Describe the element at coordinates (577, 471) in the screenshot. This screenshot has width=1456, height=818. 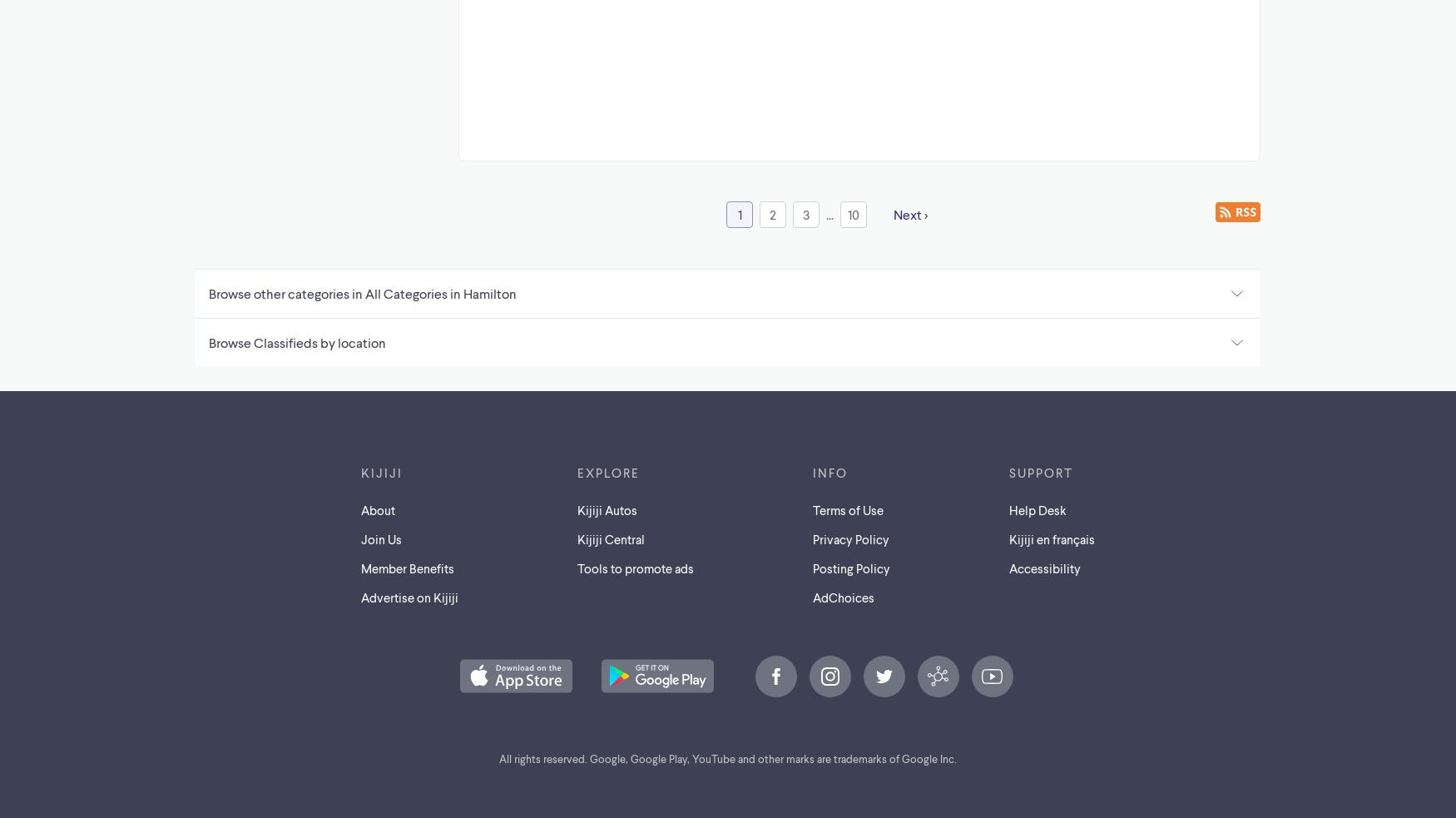
I see `'Explore'` at that location.